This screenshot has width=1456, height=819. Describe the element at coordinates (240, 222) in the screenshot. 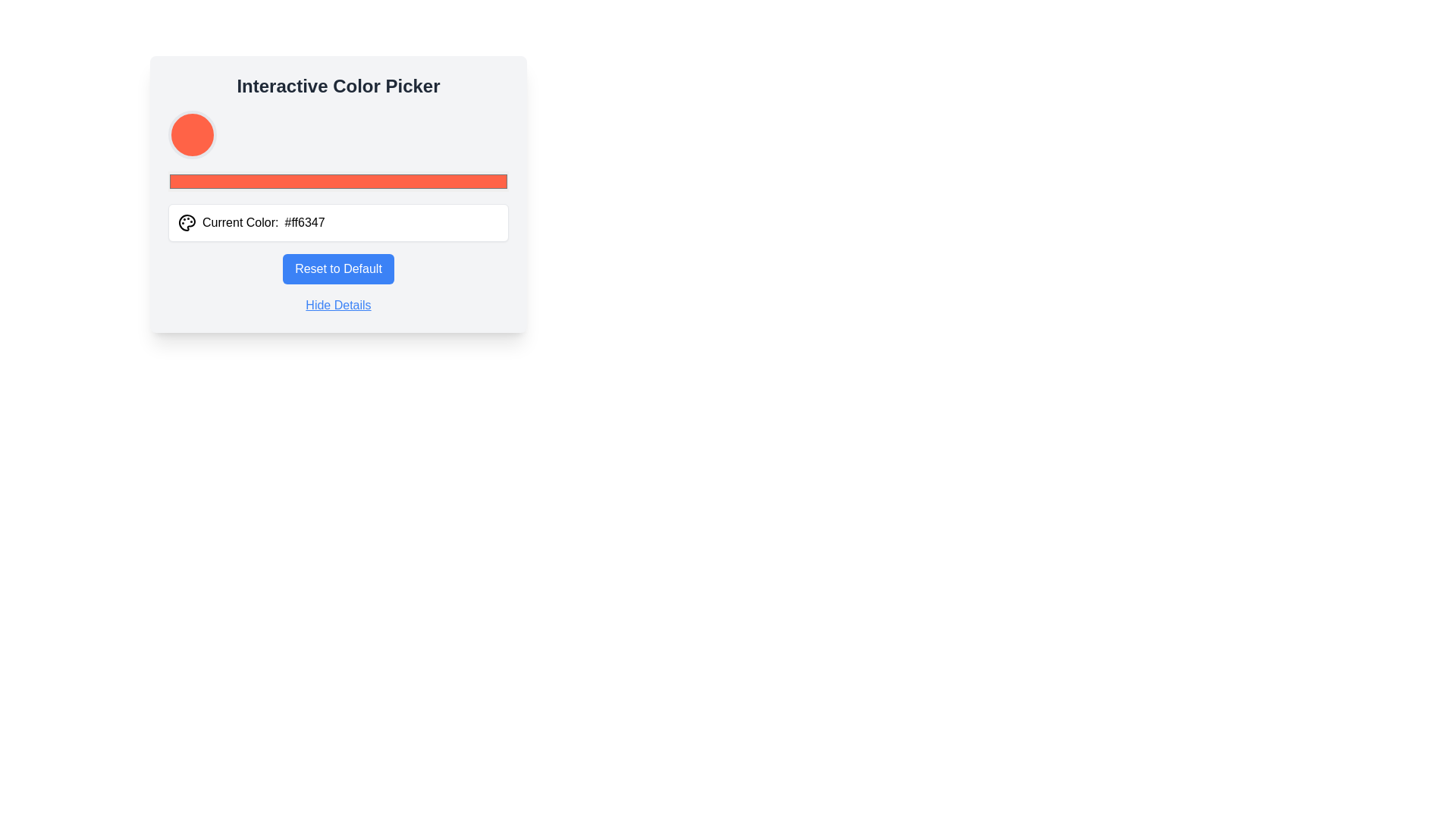

I see `the label displaying 'Current Color:' located next to the color code '#ff6347' in the central lower section of the interface` at that location.